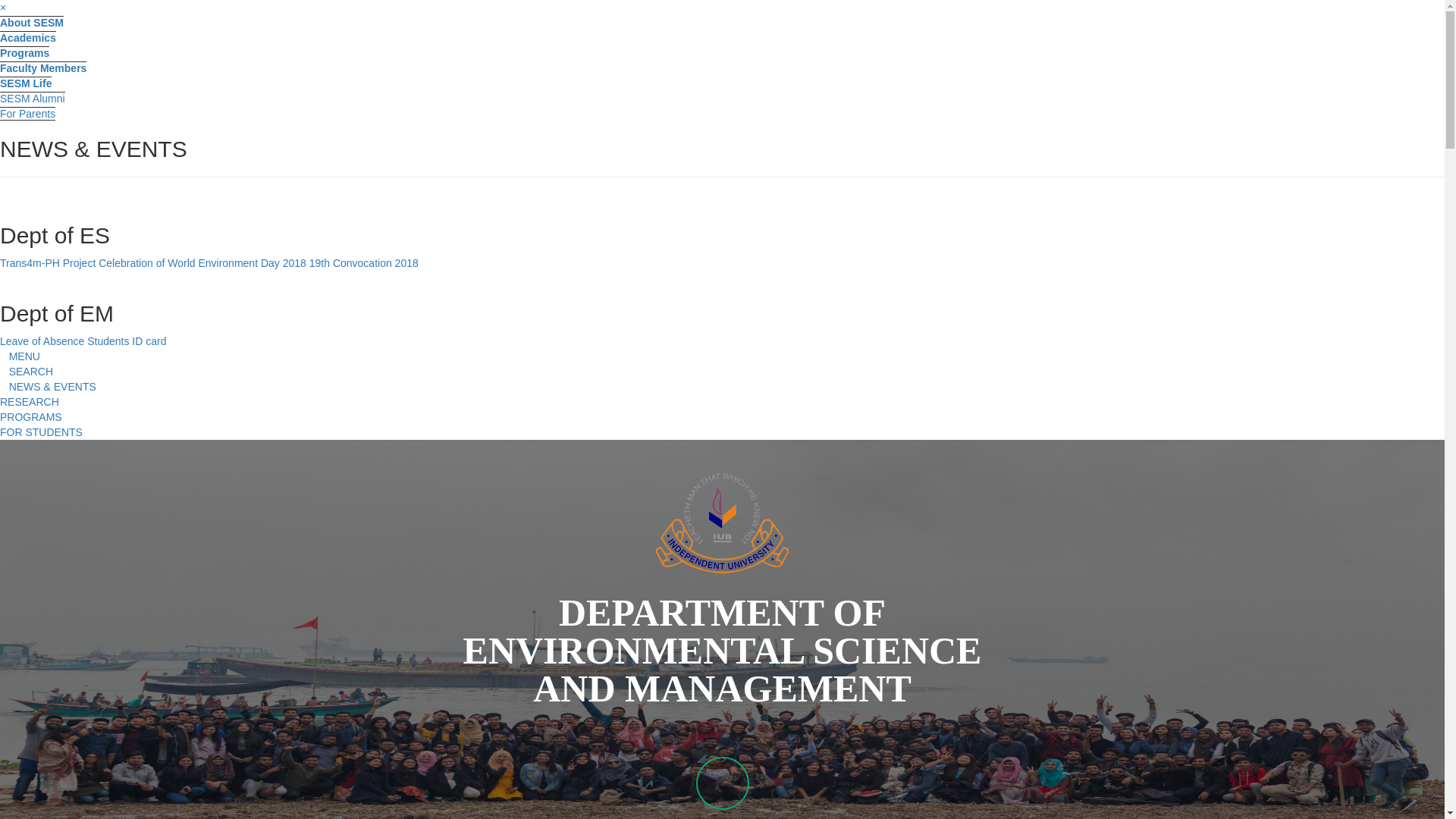 The image size is (1456, 819). Describe the element at coordinates (29, 400) in the screenshot. I see `'RESEARCH'` at that location.